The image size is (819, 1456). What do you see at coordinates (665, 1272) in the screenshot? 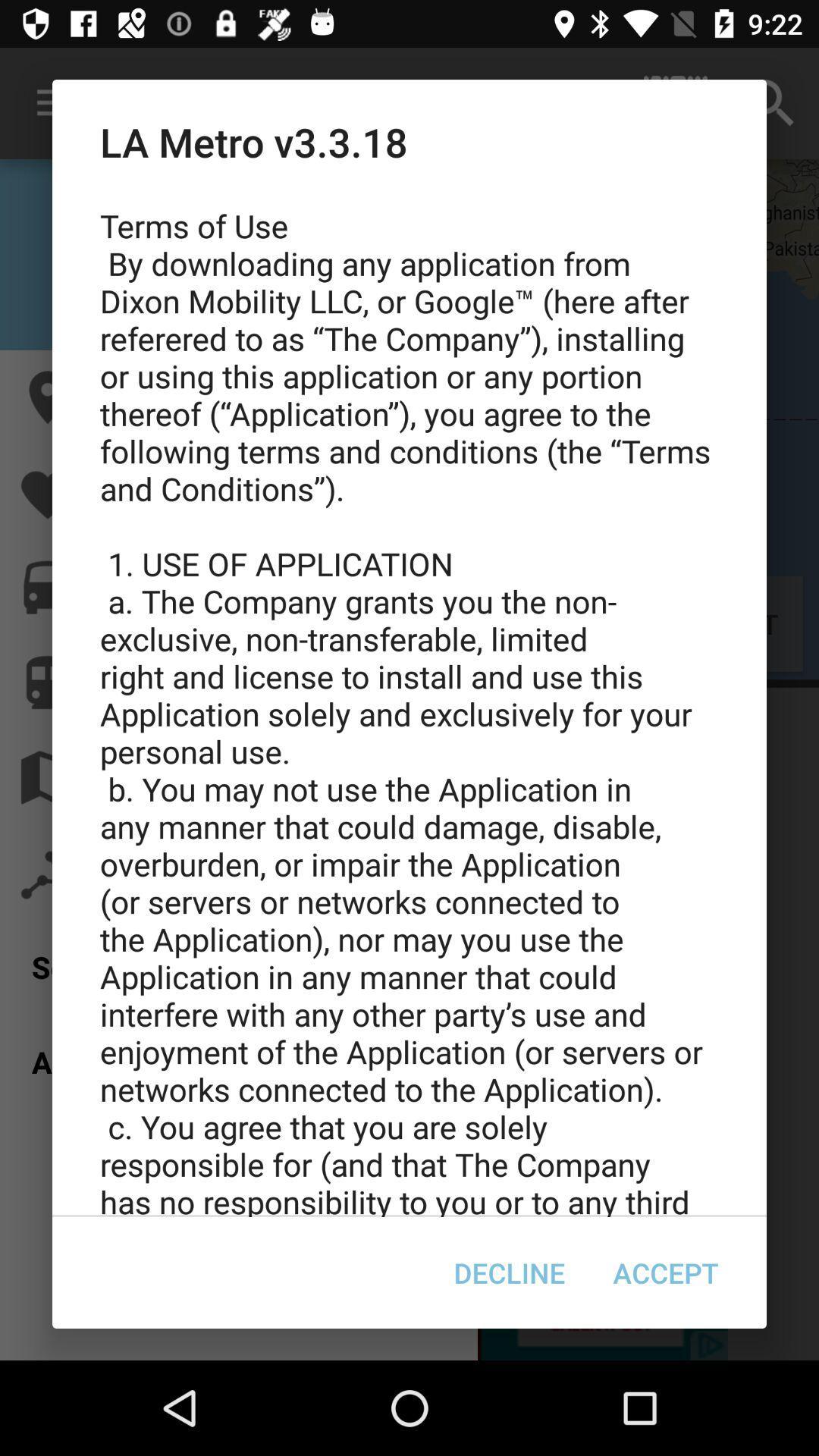
I see `item next to decline icon` at bounding box center [665, 1272].